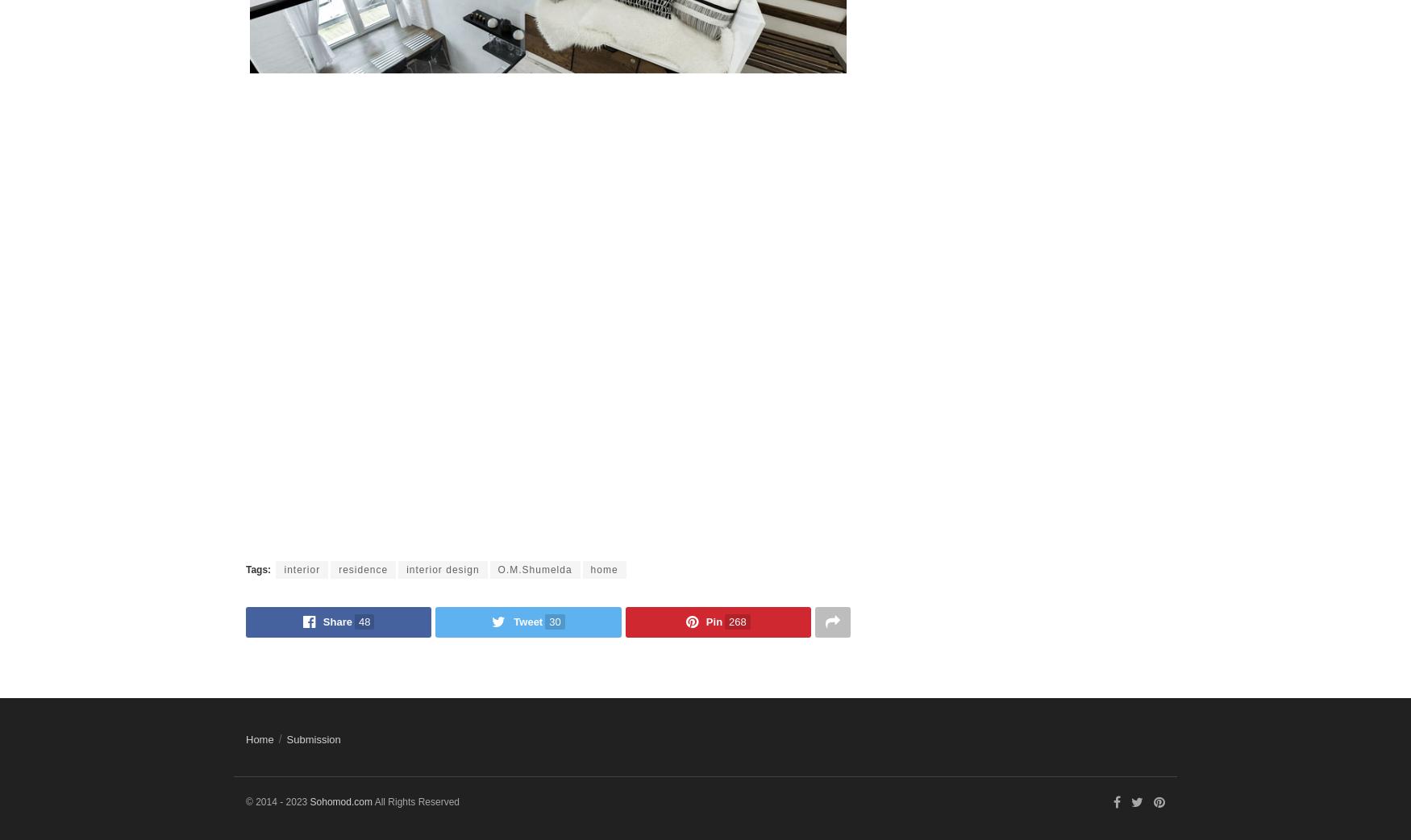 The image size is (1411, 840). Describe the element at coordinates (363, 568) in the screenshot. I see `'residence'` at that location.